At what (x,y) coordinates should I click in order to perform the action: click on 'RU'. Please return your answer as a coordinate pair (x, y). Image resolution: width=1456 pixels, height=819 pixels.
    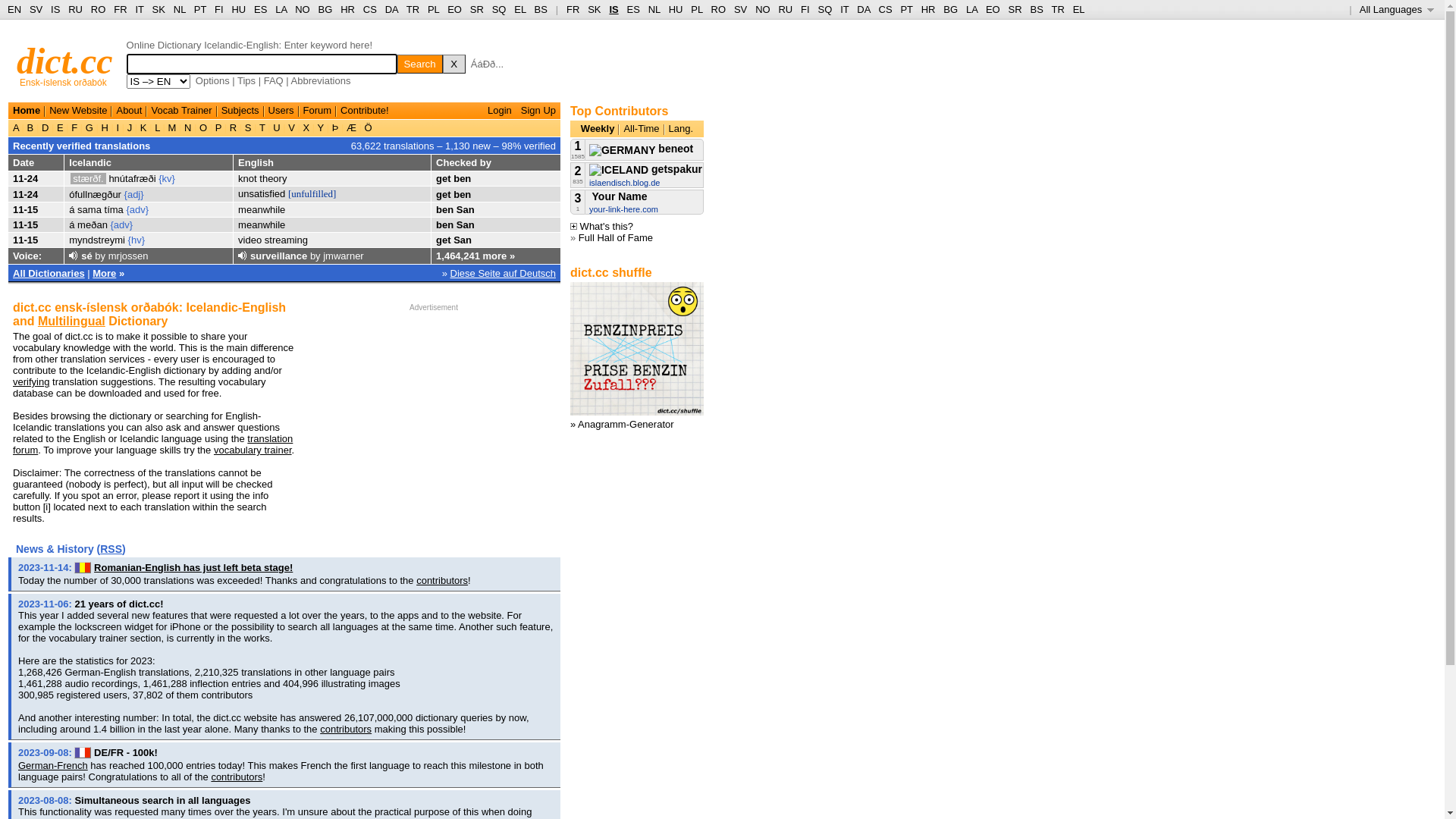
    Looking at the image, I should click on (785, 9).